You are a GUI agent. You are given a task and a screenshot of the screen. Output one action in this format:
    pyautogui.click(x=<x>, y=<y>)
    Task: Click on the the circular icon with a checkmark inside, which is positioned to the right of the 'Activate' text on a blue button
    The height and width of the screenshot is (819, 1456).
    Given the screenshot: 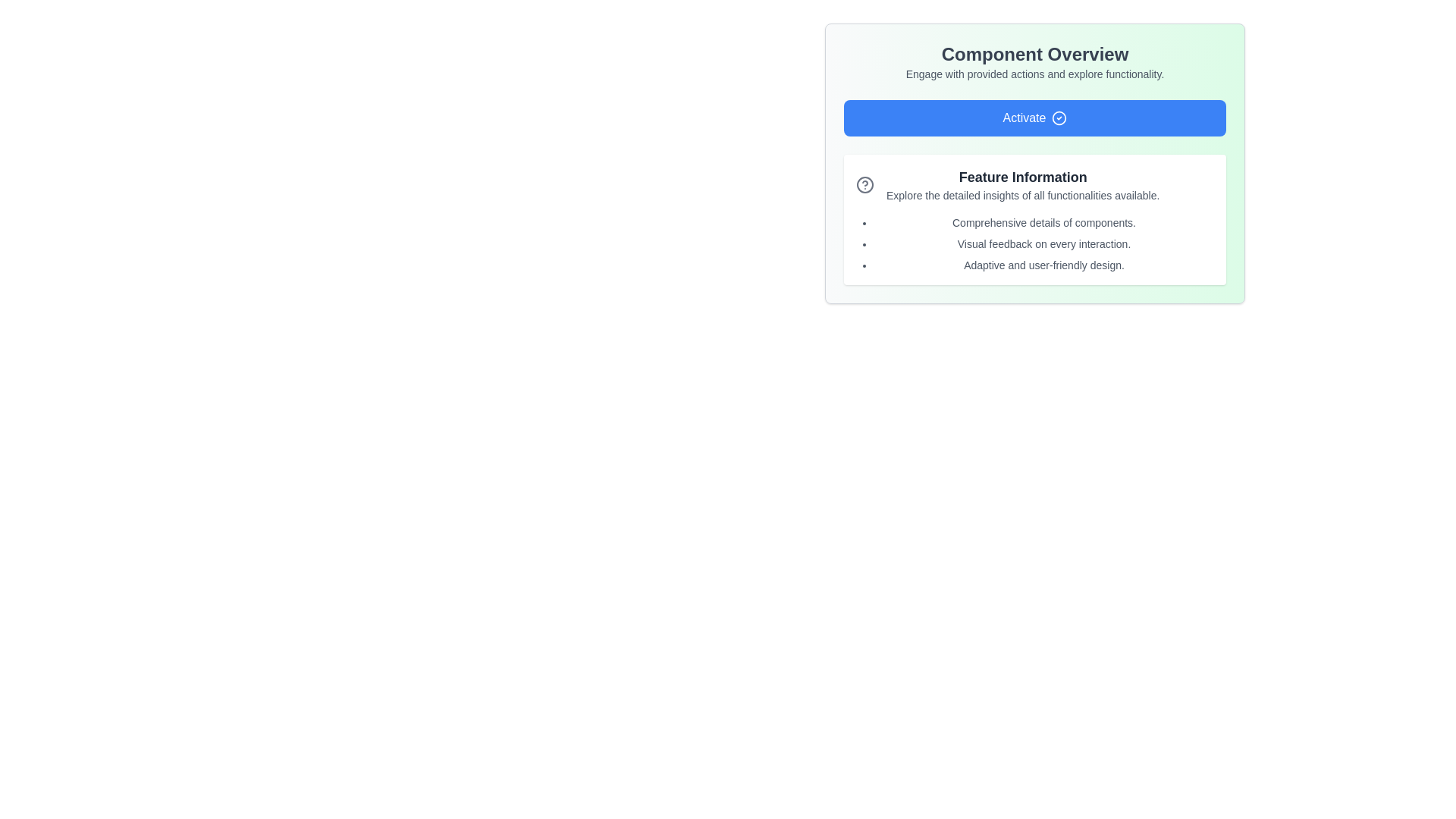 What is the action you would take?
    pyautogui.click(x=1059, y=117)
    